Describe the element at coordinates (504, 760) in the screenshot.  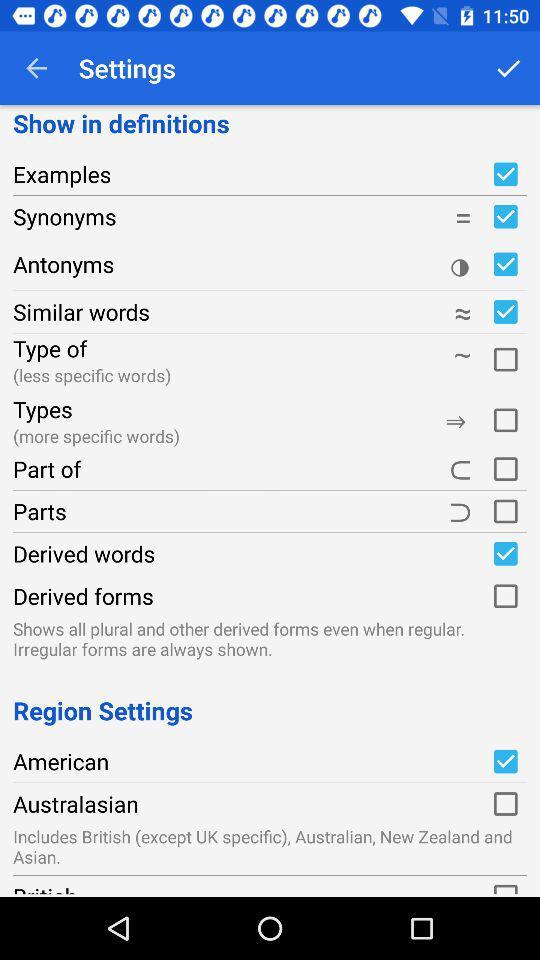
I see `change the region setting` at that location.